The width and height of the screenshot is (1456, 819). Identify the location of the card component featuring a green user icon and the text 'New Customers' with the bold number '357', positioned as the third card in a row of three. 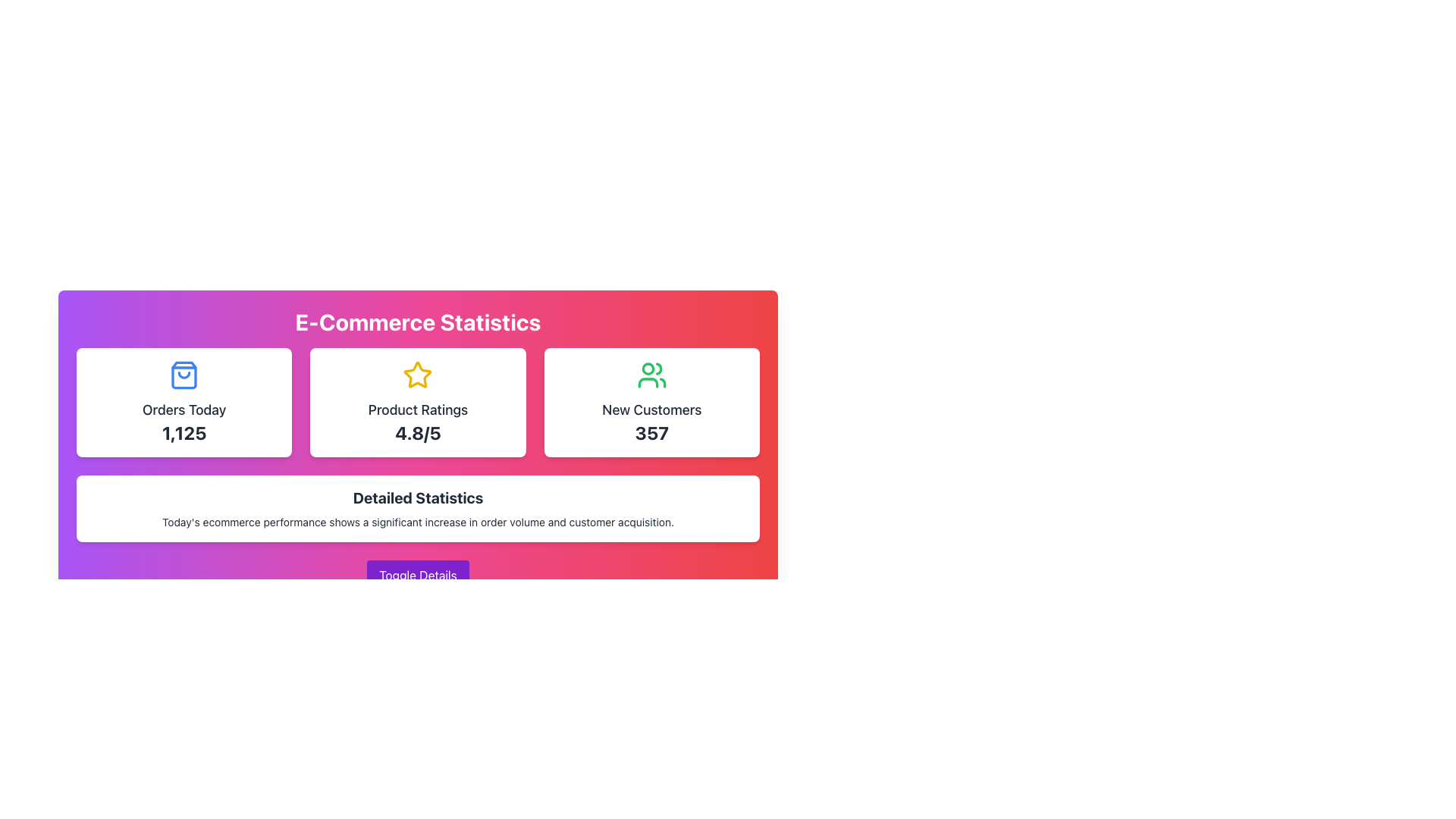
(651, 402).